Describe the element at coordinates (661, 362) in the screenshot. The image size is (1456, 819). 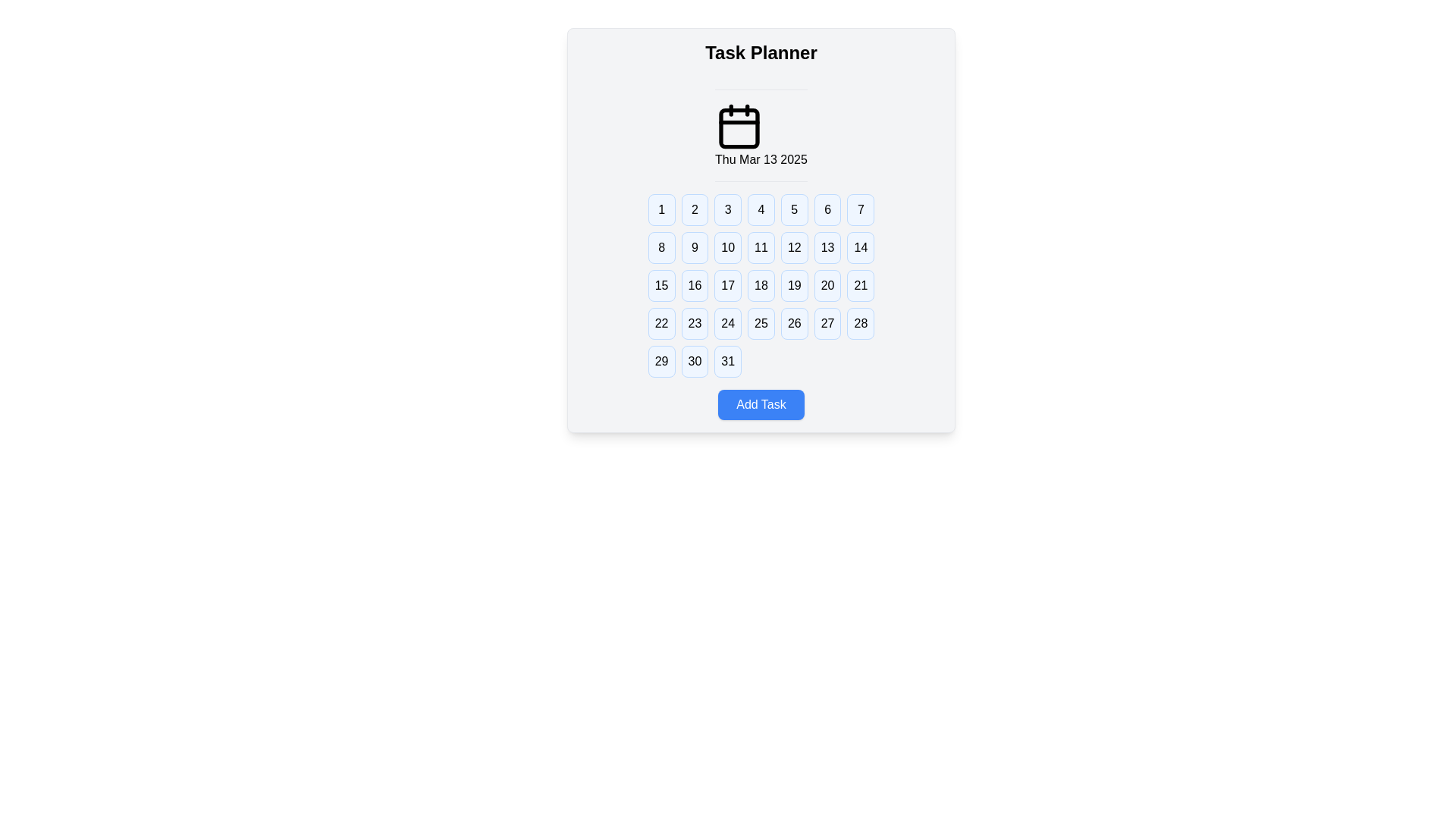
I see `the Calendar Day Button which has a light blue background, rounded edges, and contains the number '29' in black at its center` at that location.